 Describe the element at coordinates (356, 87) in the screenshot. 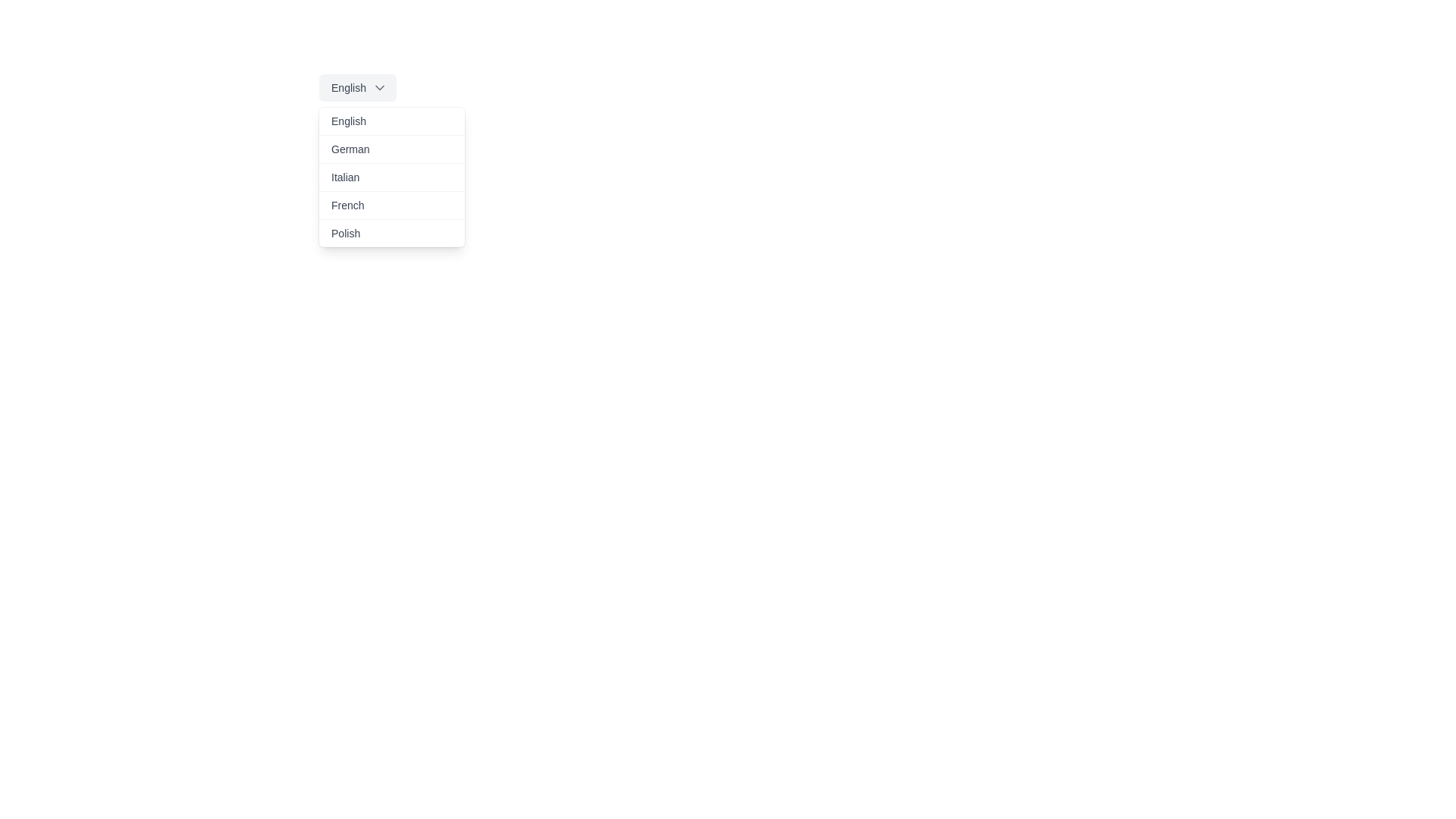

I see `the Dropdown menu toggle labeled 'English'` at that location.